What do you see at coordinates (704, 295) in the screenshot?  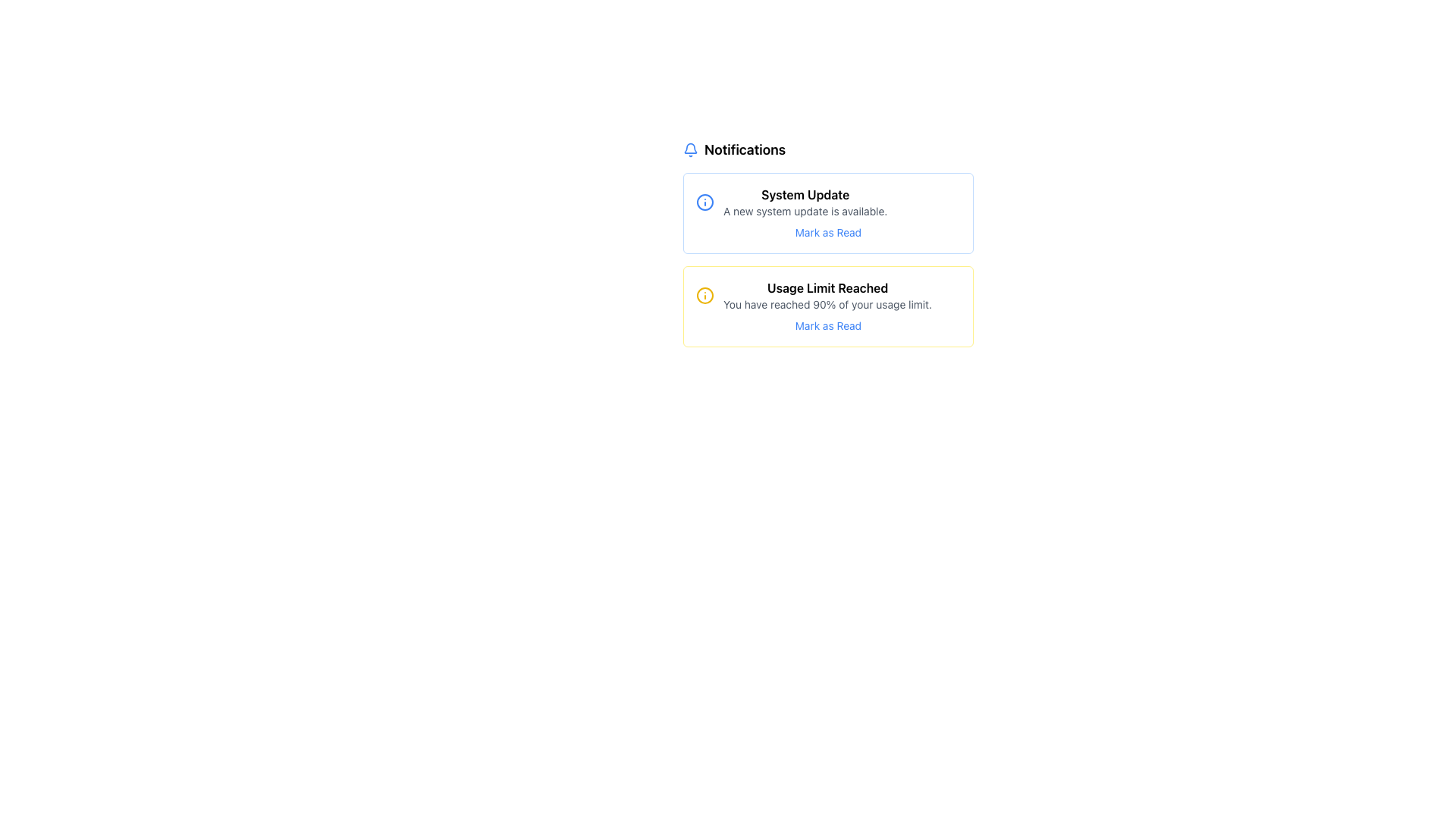 I see `the Decorative icon in the 'Usage Limit Reached' notification box to emphasize the importance of the accompanying message` at bounding box center [704, 295].